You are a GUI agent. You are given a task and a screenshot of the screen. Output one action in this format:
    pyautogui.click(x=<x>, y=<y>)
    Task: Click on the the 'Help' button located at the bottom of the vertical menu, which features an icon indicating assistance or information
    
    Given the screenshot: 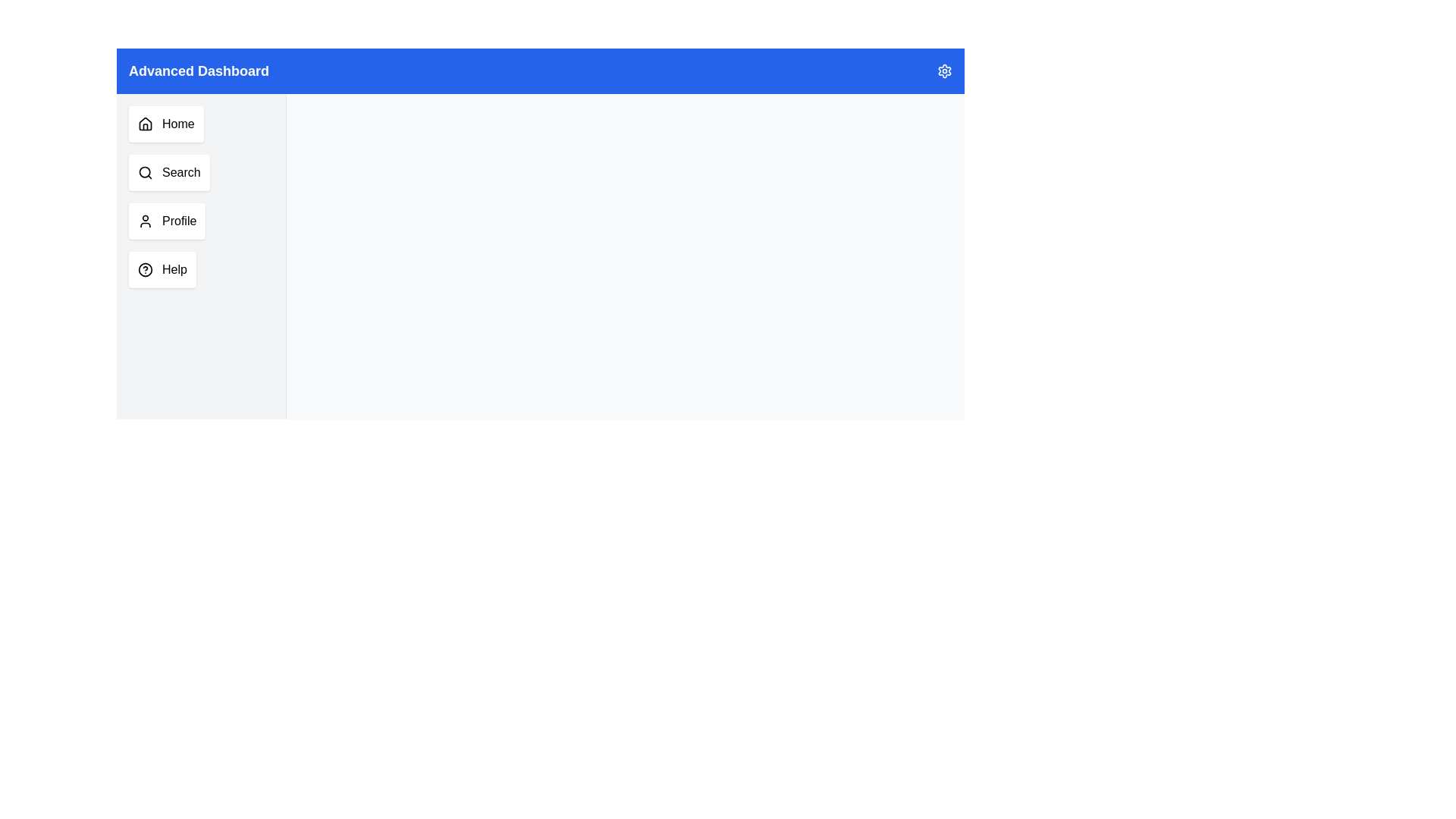 What is the action you would take?
    pyautogui.click(x=146, y=268)
    